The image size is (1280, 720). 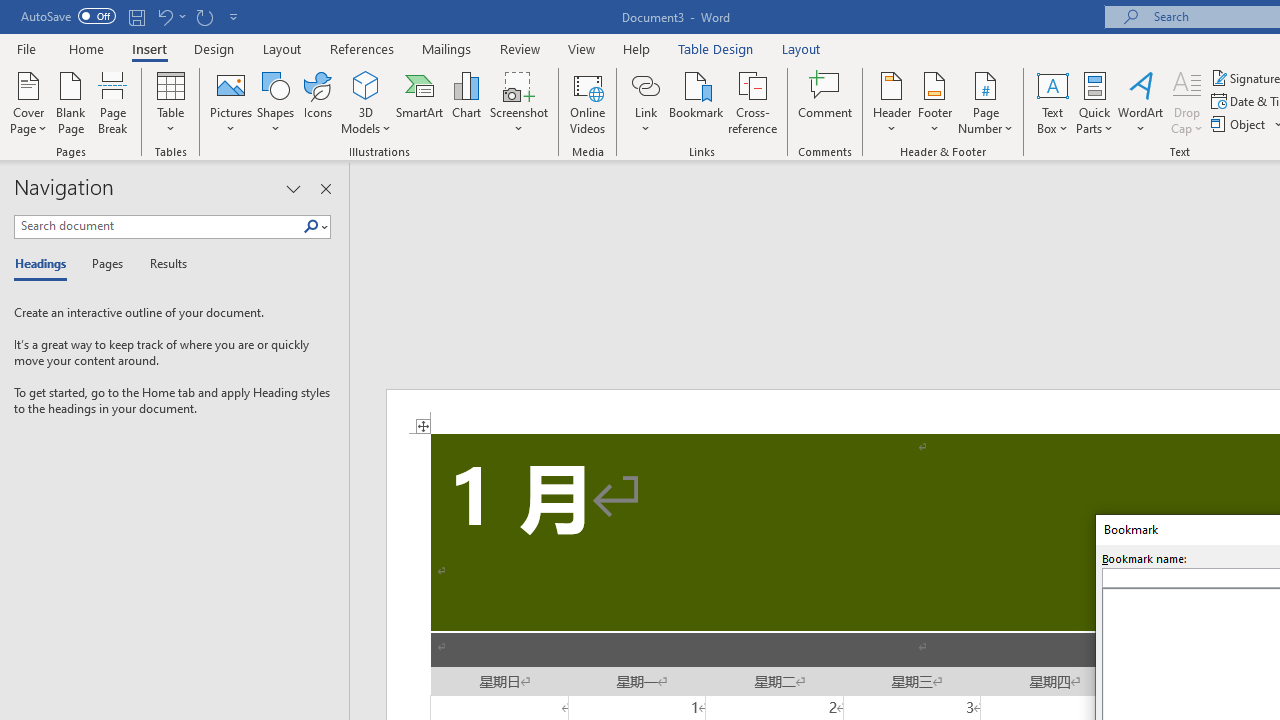 What do you see at coordinates (1239, 124) in the screenshot?
I see `'Object...'` at bounding box center [1239, 124].